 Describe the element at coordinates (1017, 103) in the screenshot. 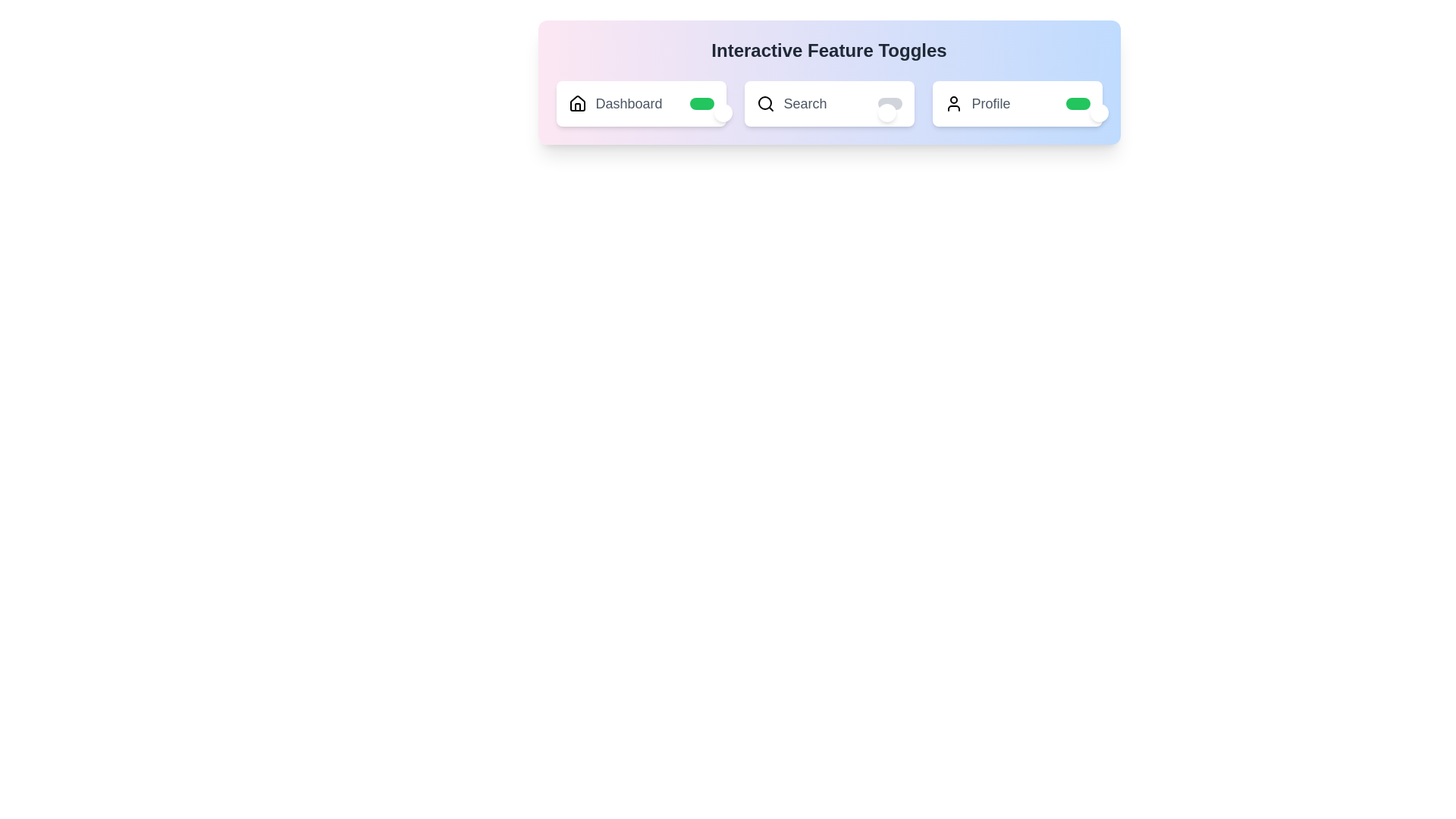

I see `the label Profile to toggle its state` at that location.